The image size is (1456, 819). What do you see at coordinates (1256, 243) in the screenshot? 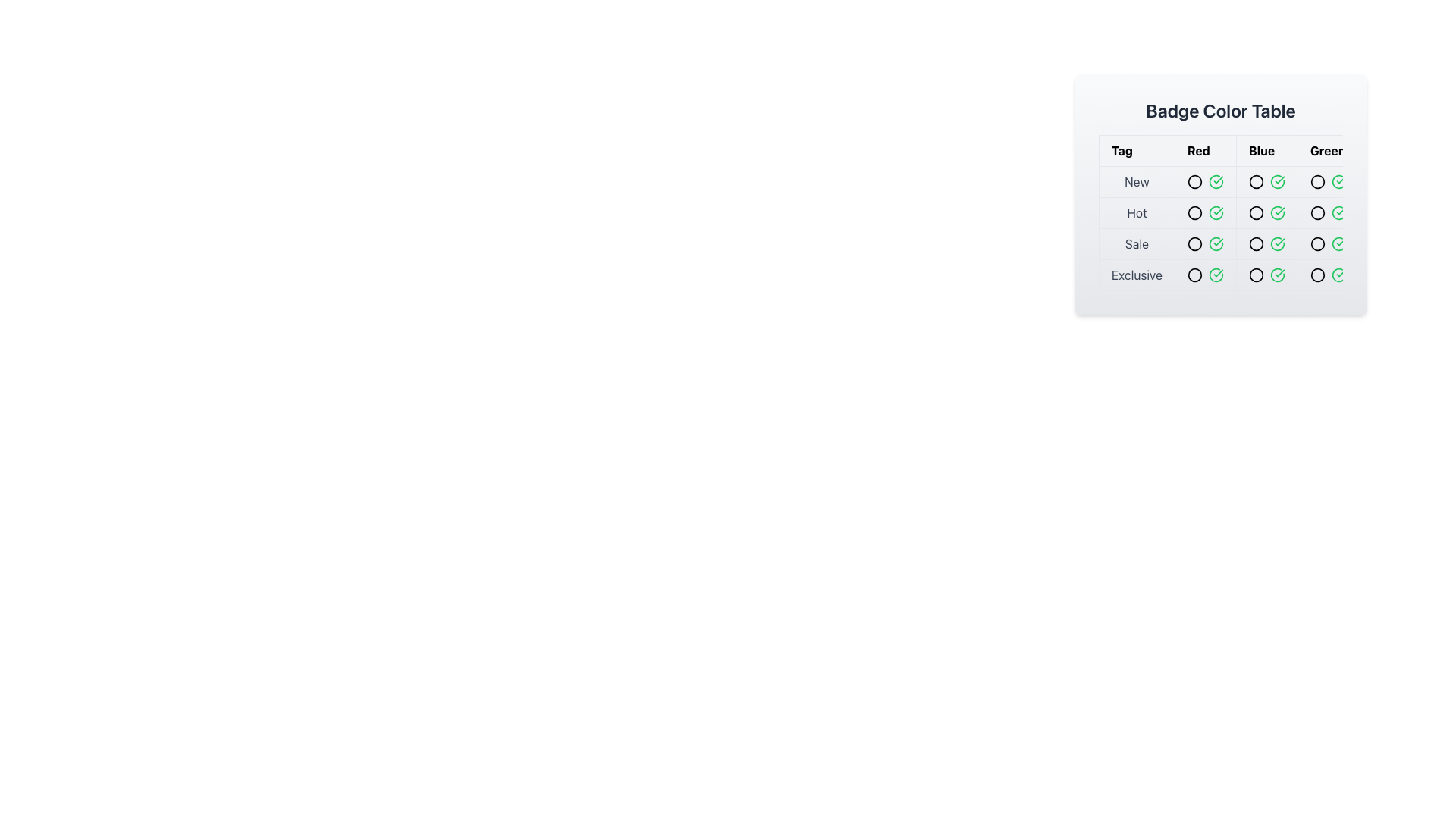
I see `the static circular icon indicating 'Sale' in the 'Blue' category, located in the 'Sale' row of the table` at bounding box center [1256, 243].